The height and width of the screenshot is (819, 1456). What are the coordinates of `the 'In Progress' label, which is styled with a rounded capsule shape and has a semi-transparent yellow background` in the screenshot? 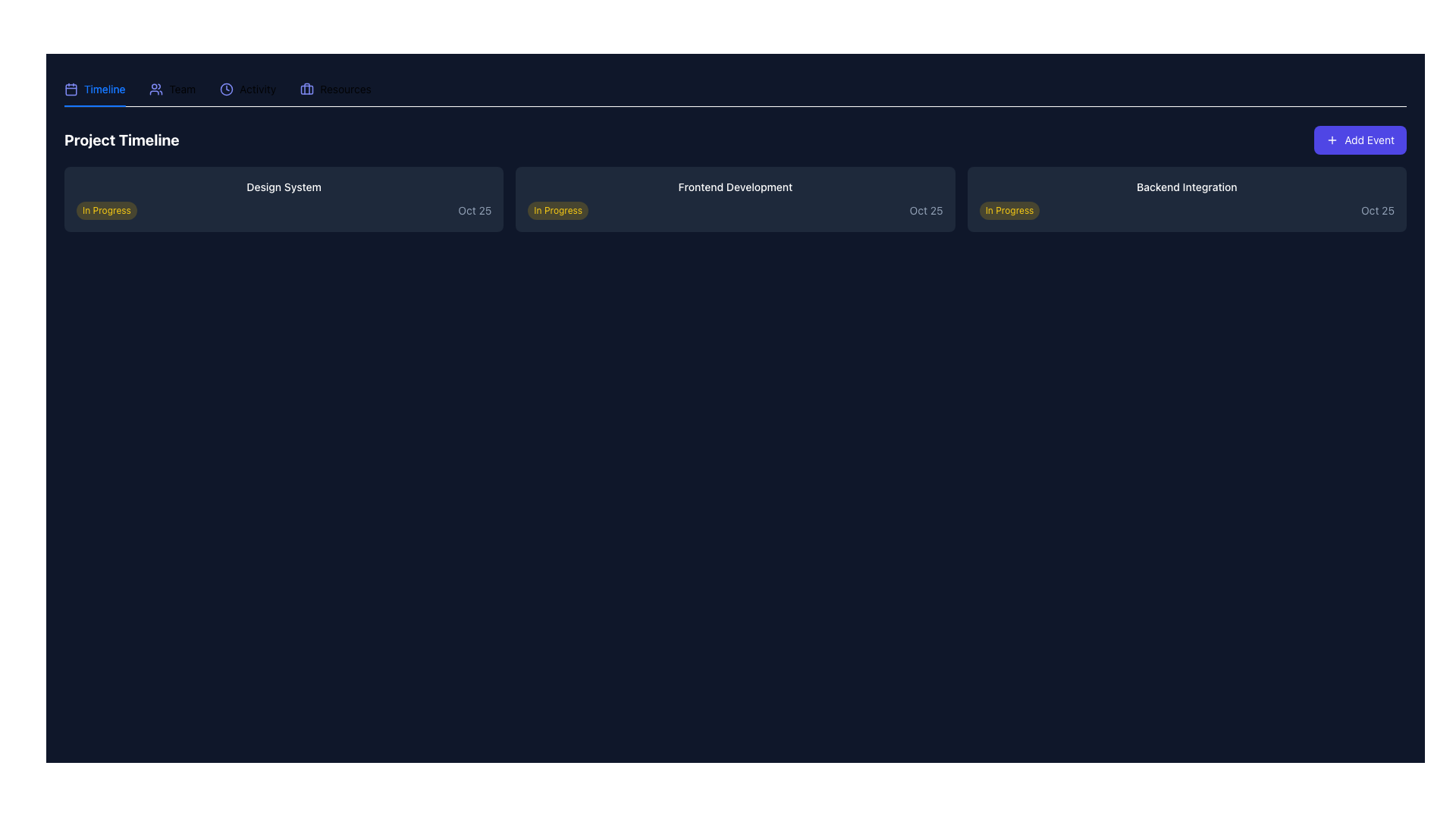 It's located at (557, 210).